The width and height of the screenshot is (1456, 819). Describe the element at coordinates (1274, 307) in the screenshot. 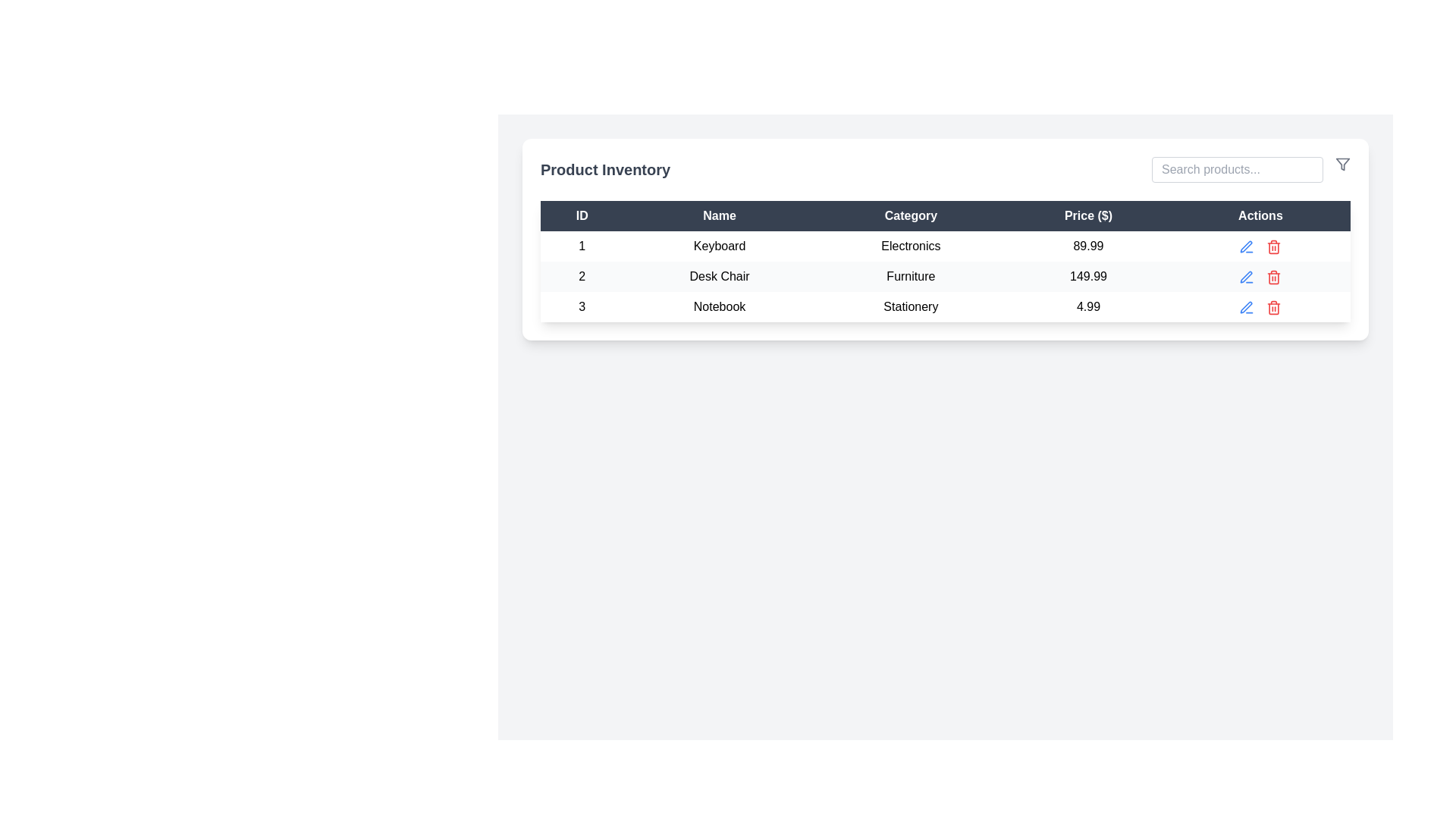

I see `the red trash can icon button located in the last column of the third row in the data table` at that location.